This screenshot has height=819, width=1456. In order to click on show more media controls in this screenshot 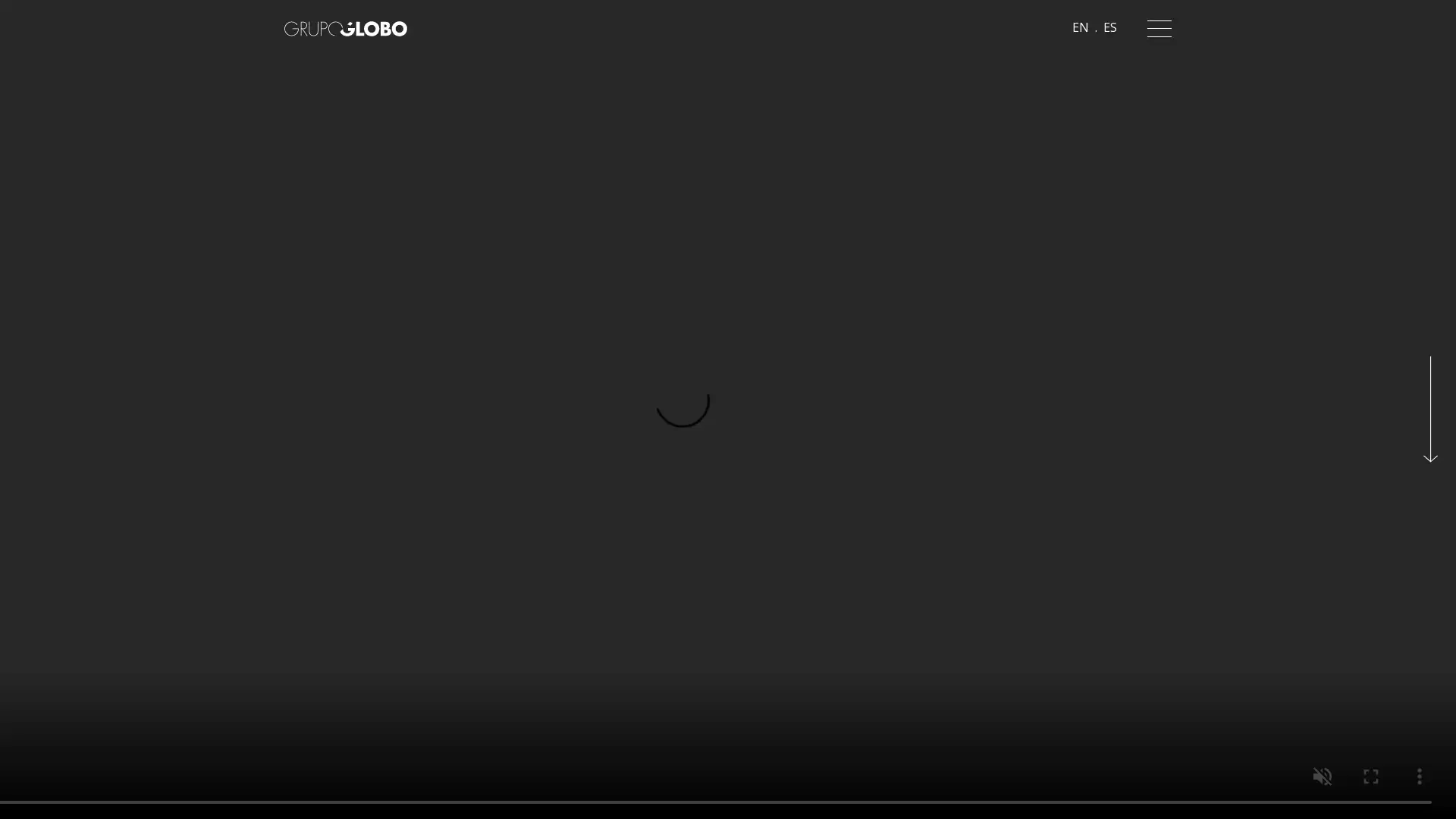, I will do `click(1419, 776)`.